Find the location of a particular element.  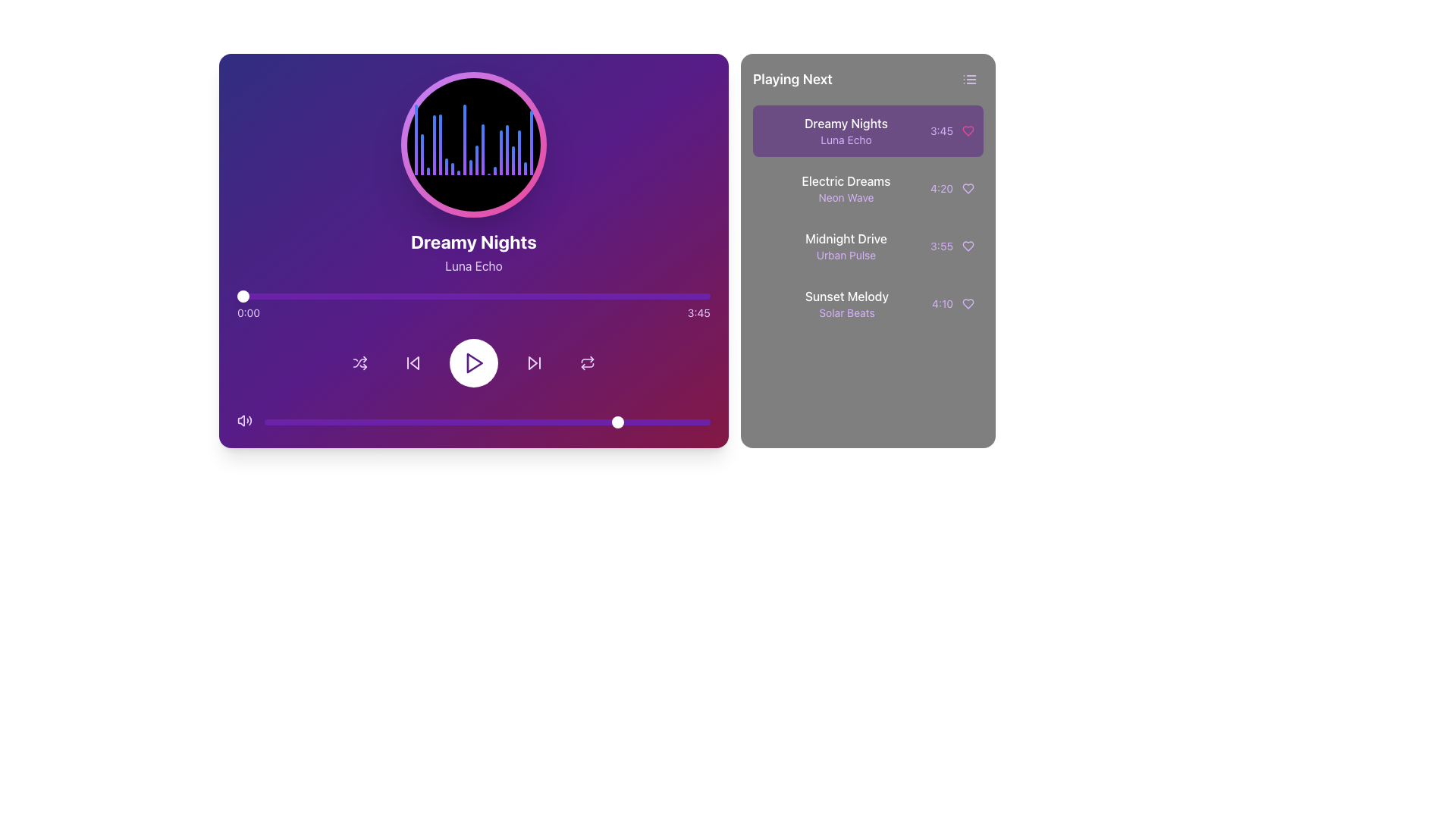

the static text label displaying 'Luna Echo', which is in light purple font against a gradient purple background, located beneath the 'Dreamy Nights' header in the music player section is located at coordinates (472, 265).